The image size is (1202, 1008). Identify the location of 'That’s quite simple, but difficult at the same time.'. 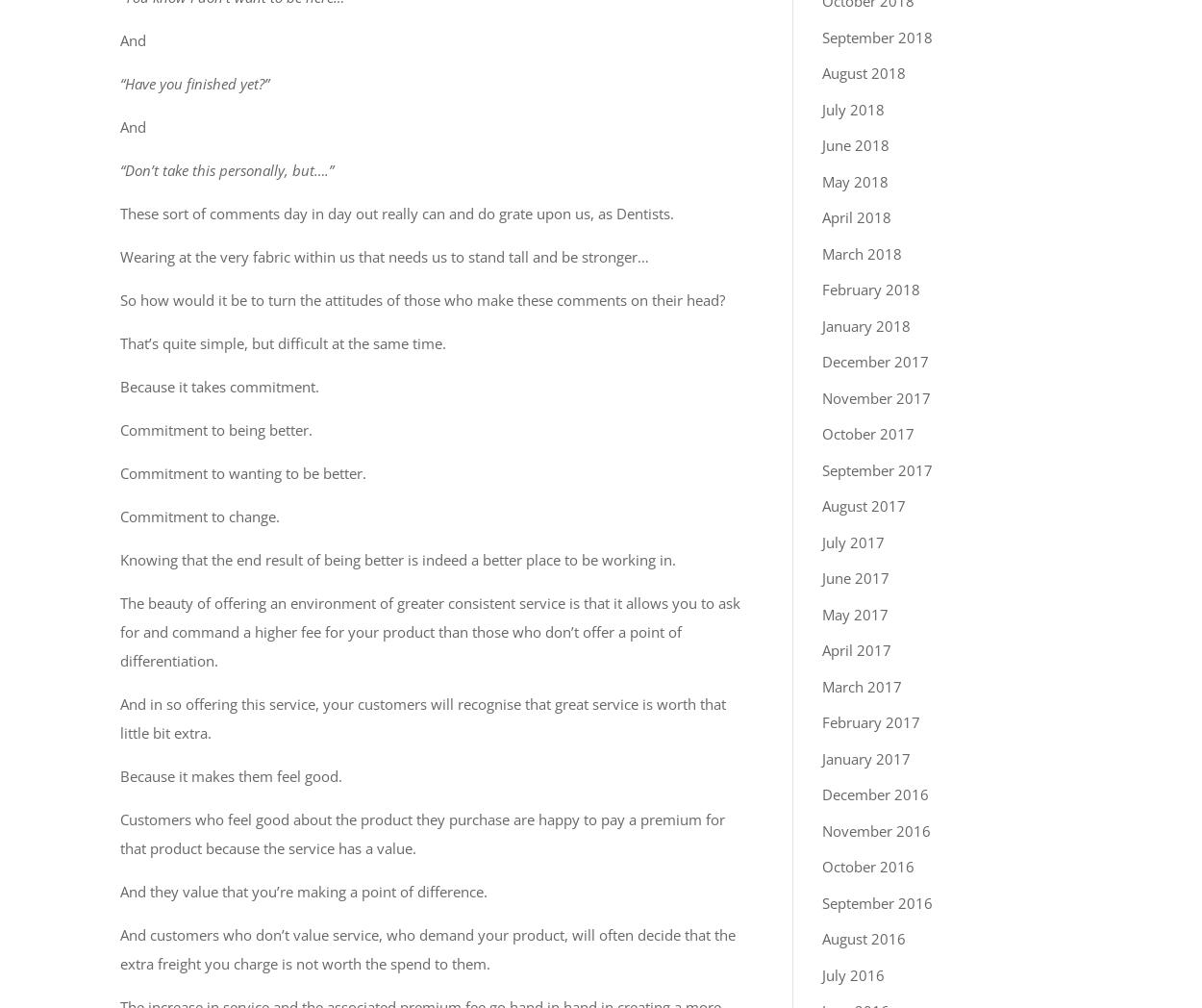
(283, 341).